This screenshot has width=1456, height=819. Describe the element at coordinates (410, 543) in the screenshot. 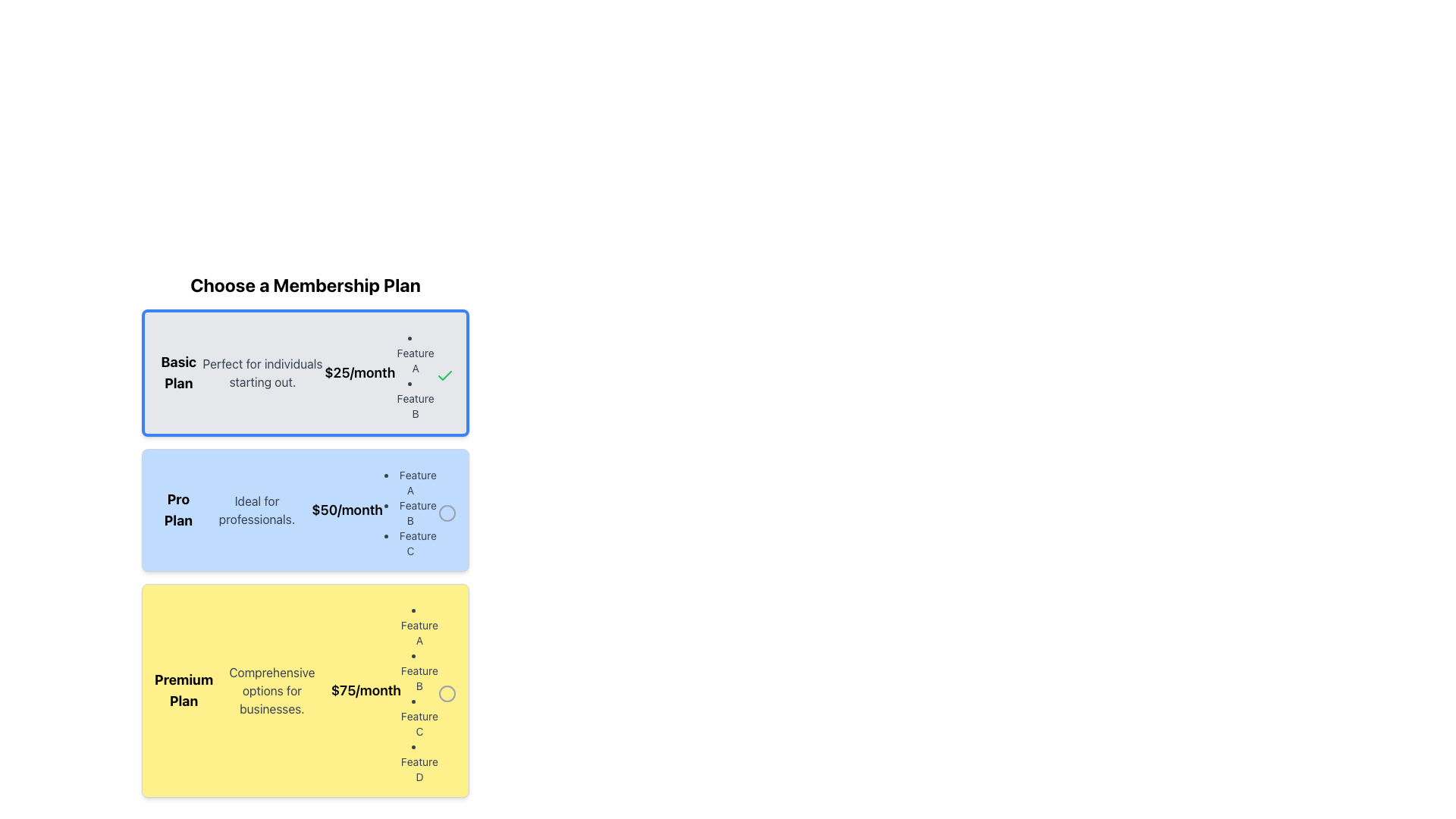

I see `the text element labeled 'Feature C', which is the third item in a bulleted list under the 'Pro Plan' section` at that location.